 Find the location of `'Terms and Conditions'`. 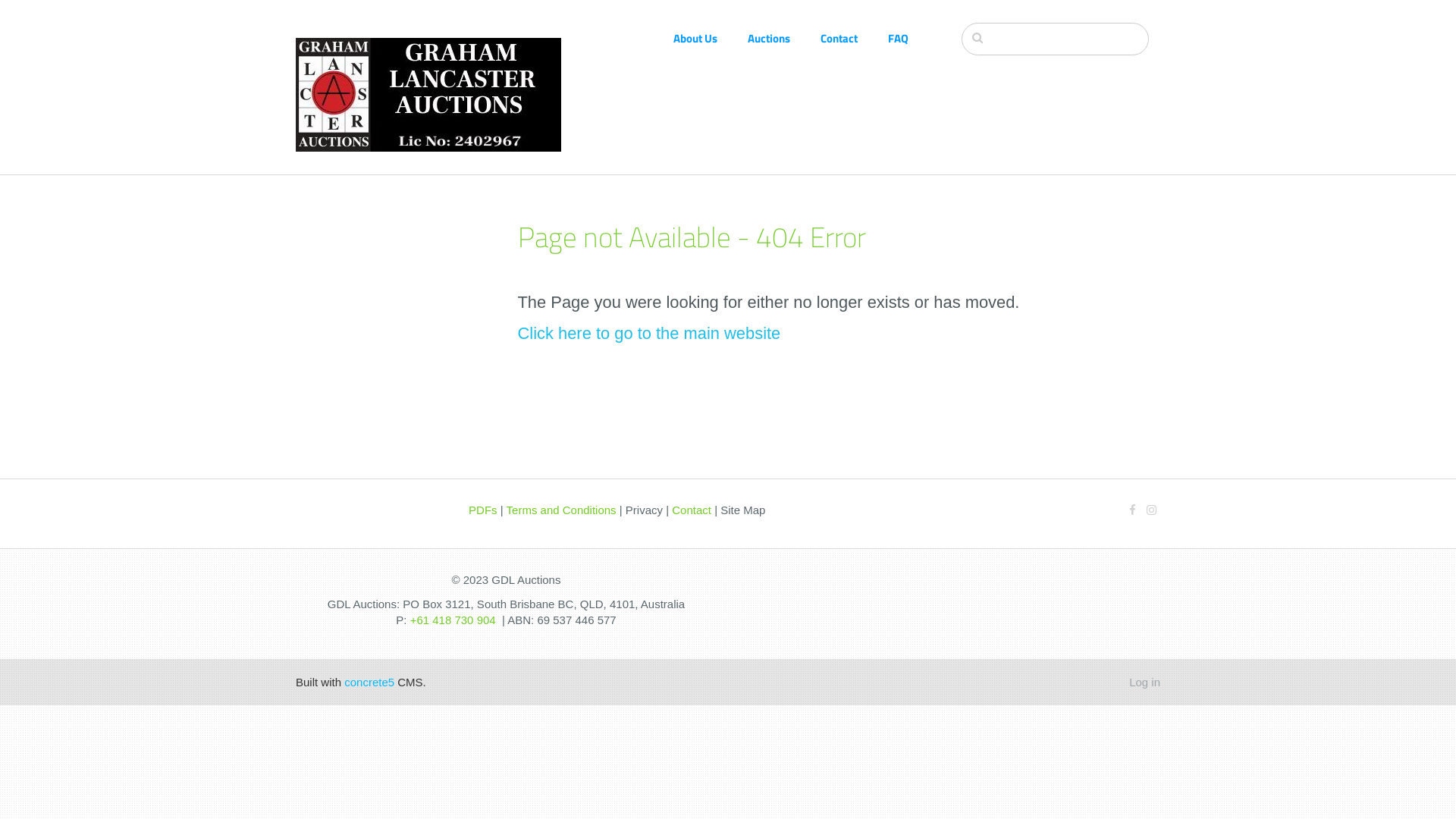

'Terms and Conditions' is located at coordinates (560, 510).